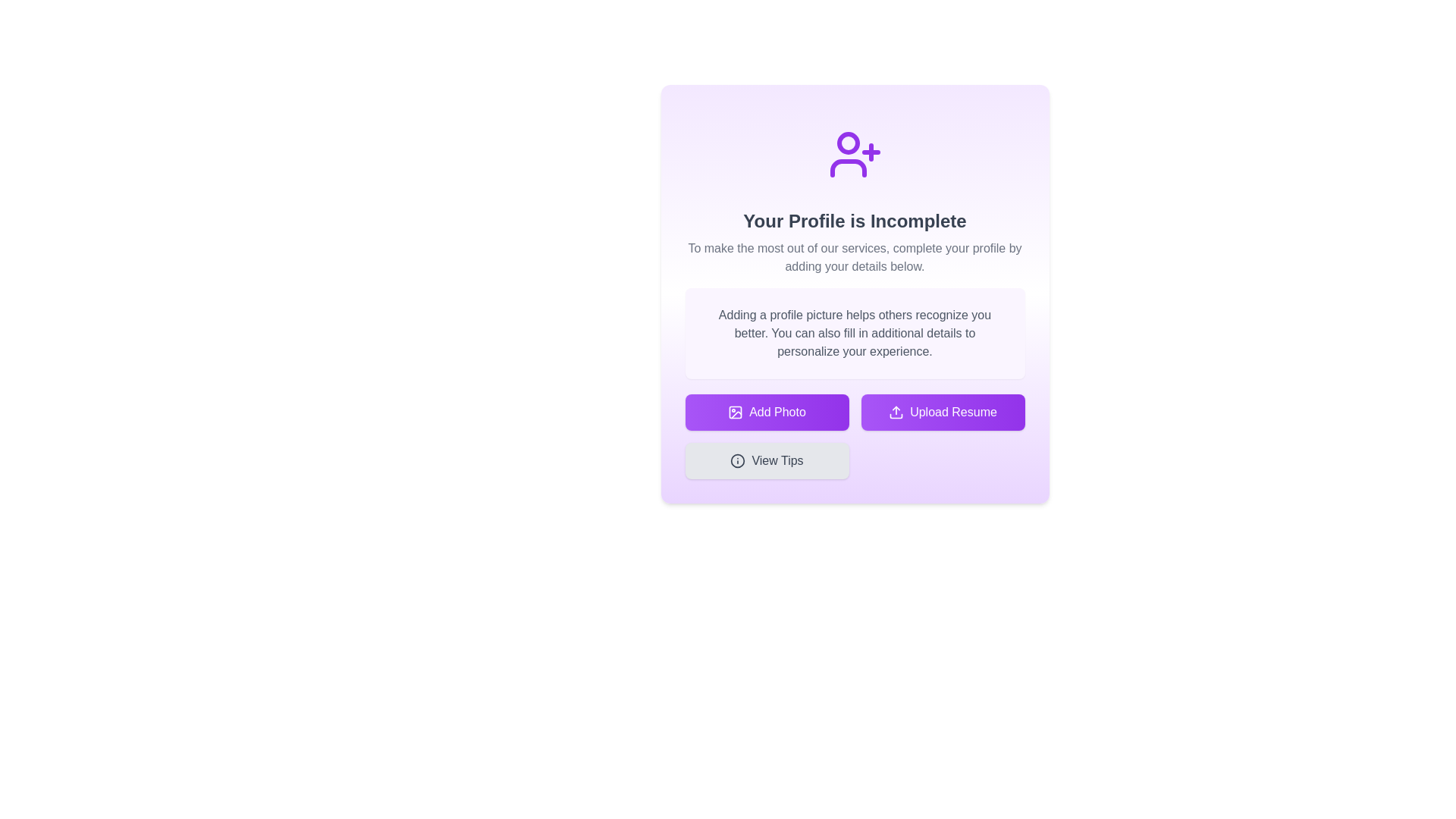  Describe the element at coordinates (942, 412) in the screenshot. I see `the 'Upload Resume' button, which is styled with a gradient background from purple to darker purple and has a white upload icon and the text 'Upload Resume'` at that location.